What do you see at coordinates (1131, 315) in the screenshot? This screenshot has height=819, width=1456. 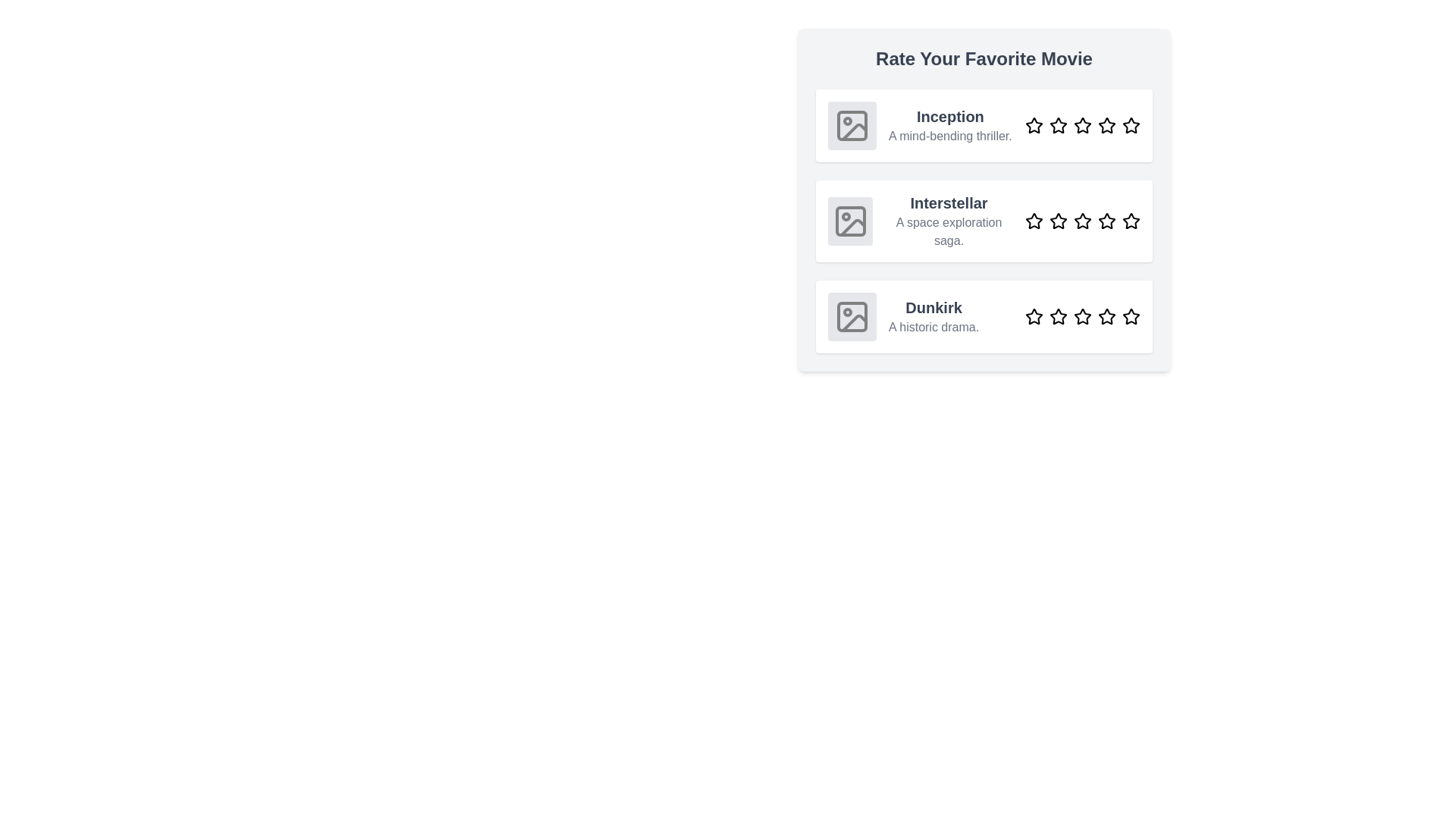 I see `the fifth star-shaped icon in the rating section of the movie 'Dunkirk' to rate` at bounding box center [1131, 315].